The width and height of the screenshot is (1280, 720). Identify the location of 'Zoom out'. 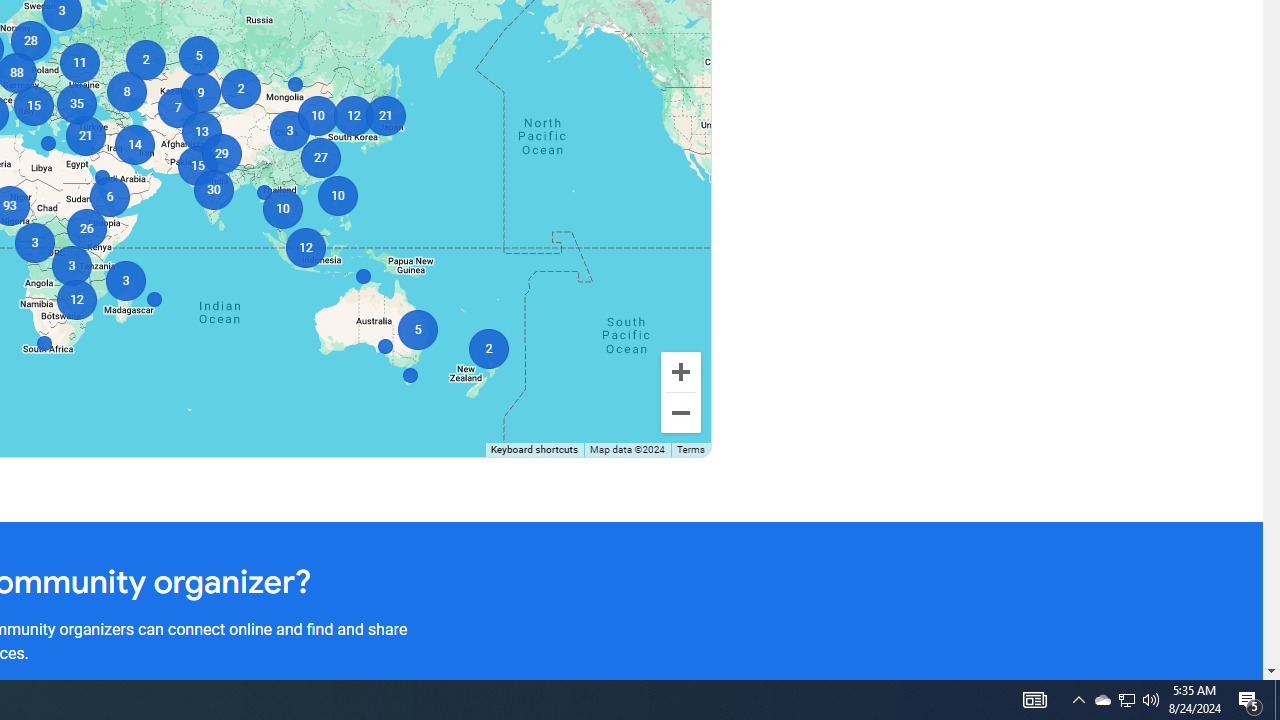
(680, 411).